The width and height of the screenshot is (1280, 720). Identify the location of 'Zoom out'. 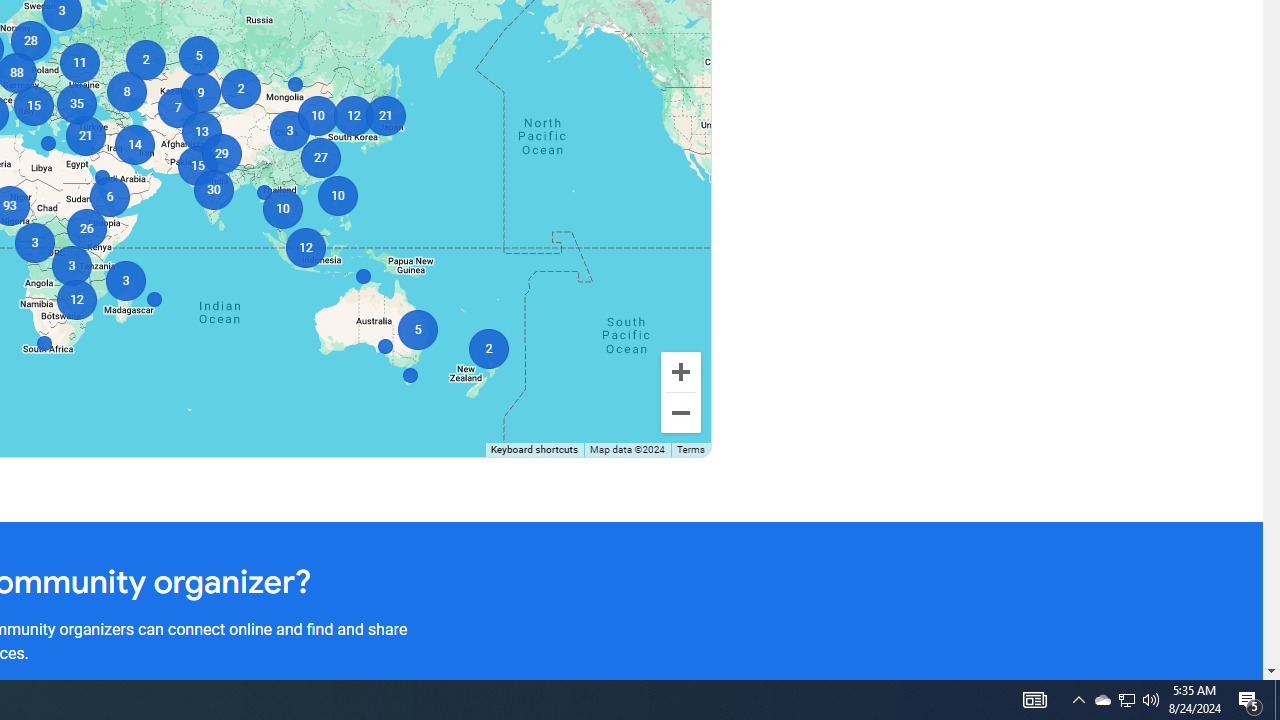
(680, 411).